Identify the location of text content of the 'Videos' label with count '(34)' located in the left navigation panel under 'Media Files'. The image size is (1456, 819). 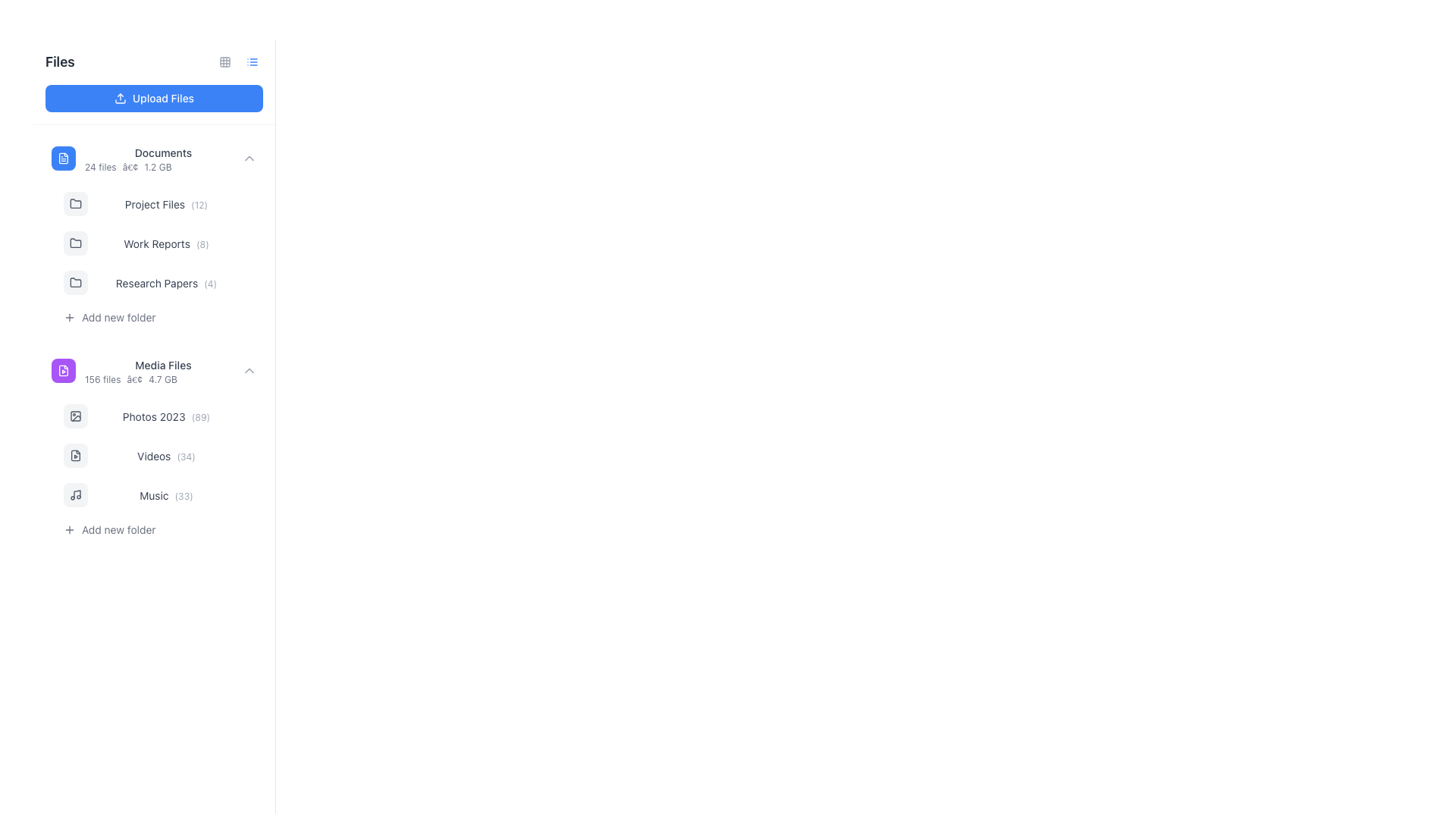
(166, 455).